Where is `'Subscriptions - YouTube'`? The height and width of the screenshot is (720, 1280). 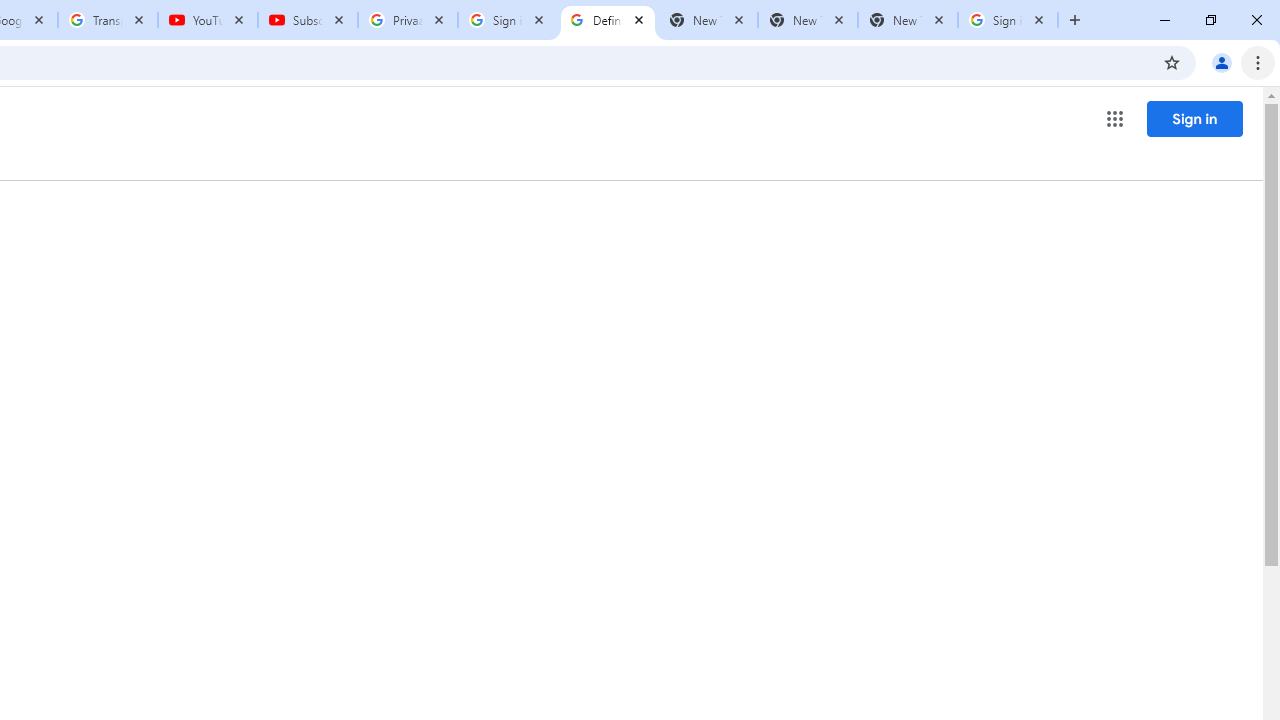 'Subscriptions - YouTube' is located at coordinates (307, 20).